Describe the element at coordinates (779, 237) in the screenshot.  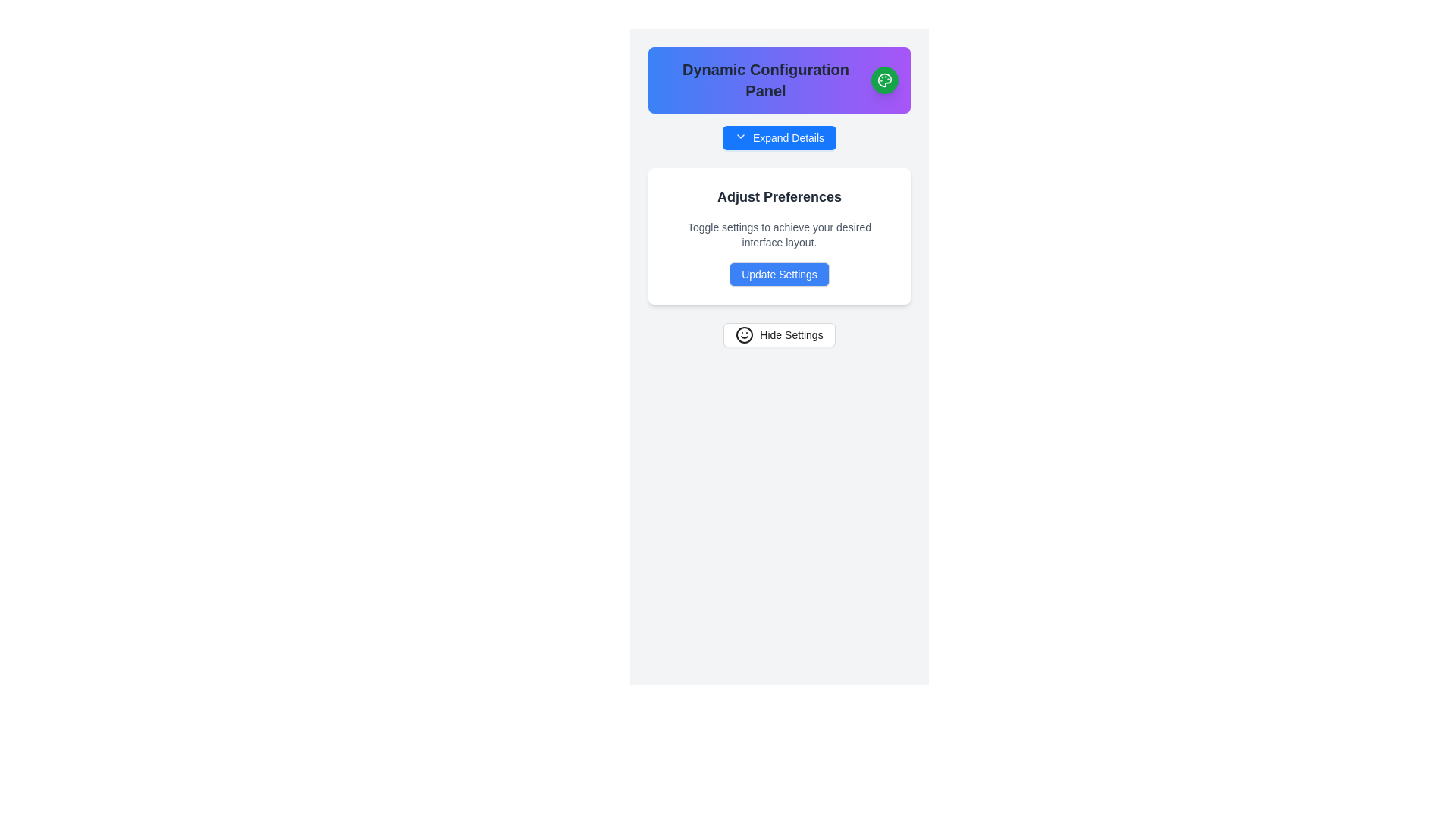
I see `title 'Adjust Preferences' and the description 'Toggle settings to achieve your desired interface layout.' from the A text card located in the 'Dynamic Configuration Panel'` at that location.